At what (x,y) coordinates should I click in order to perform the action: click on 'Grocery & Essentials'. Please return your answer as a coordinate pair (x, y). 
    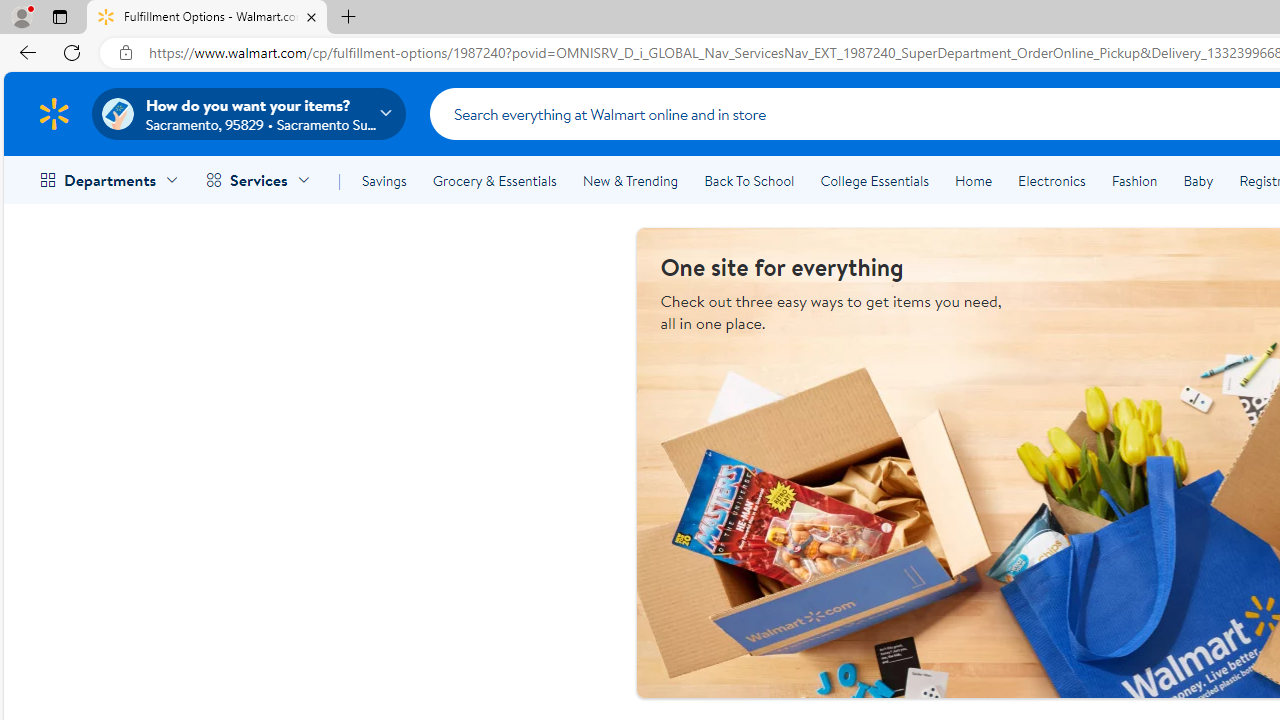
    Looking at the image, I should click on (494, 181).